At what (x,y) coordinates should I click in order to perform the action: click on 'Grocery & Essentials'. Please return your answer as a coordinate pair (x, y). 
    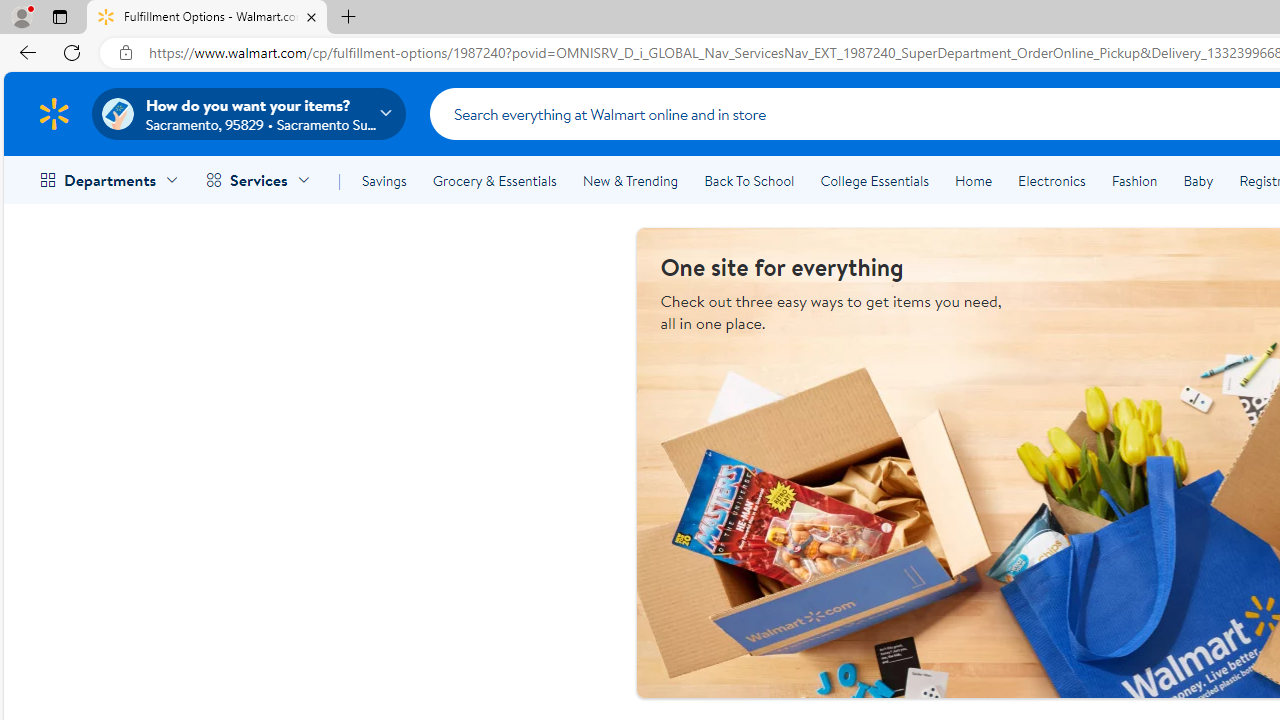
    Looking at the image, I should click on (494, 181).